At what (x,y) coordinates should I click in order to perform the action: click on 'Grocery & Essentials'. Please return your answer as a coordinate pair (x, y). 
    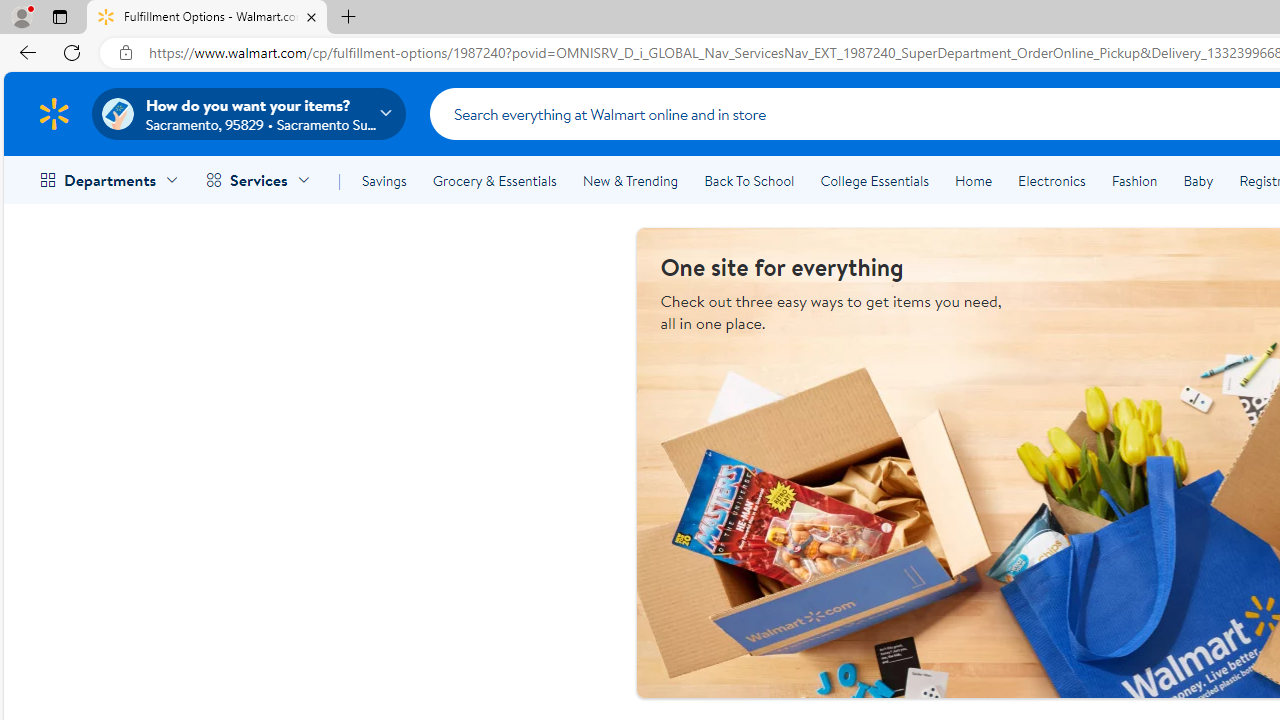
    Looking at the image, I should click on (494, 181).